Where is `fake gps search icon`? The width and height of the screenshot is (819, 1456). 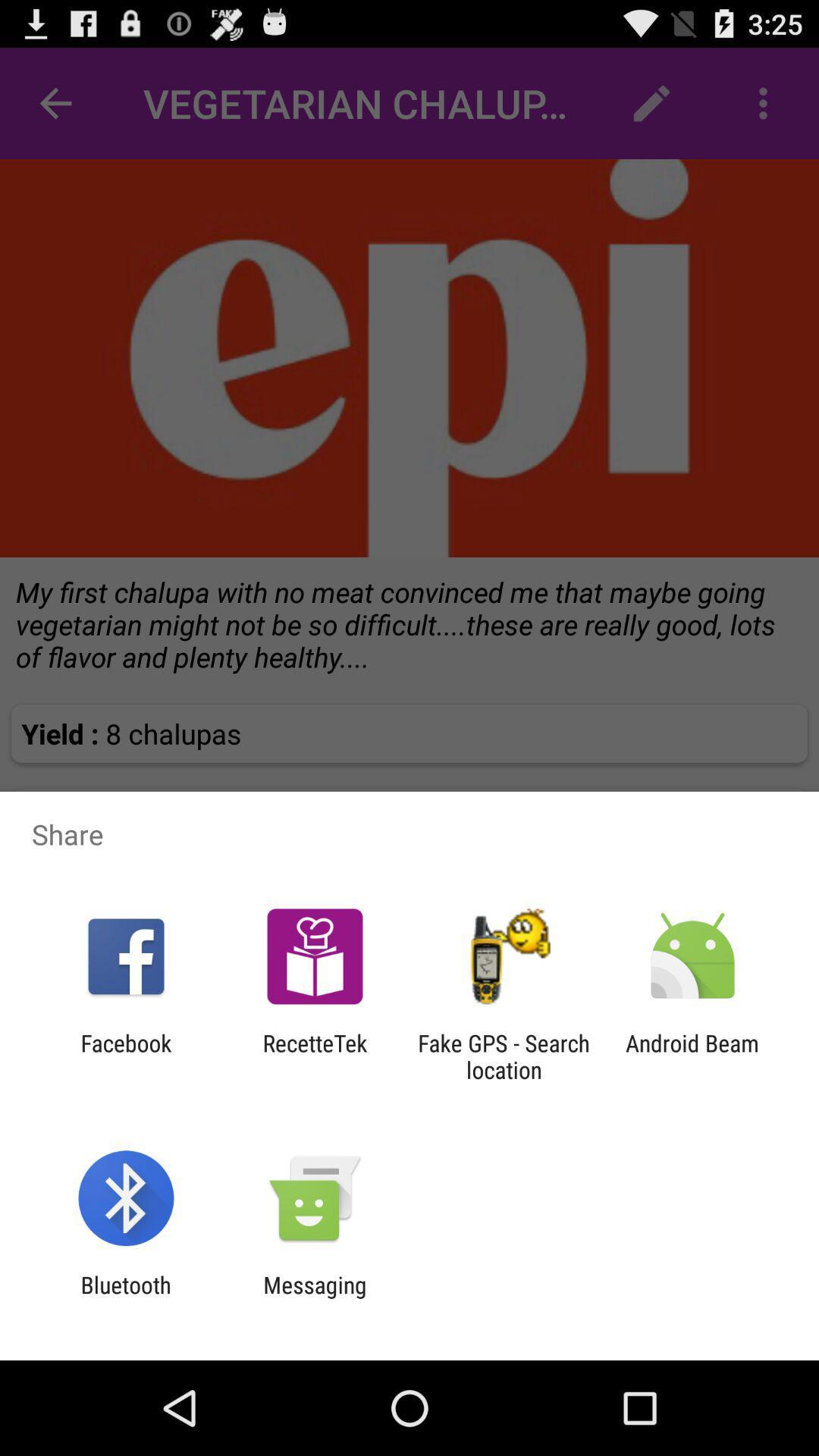
fake gps search icon is located at coordinates (504, 1056).